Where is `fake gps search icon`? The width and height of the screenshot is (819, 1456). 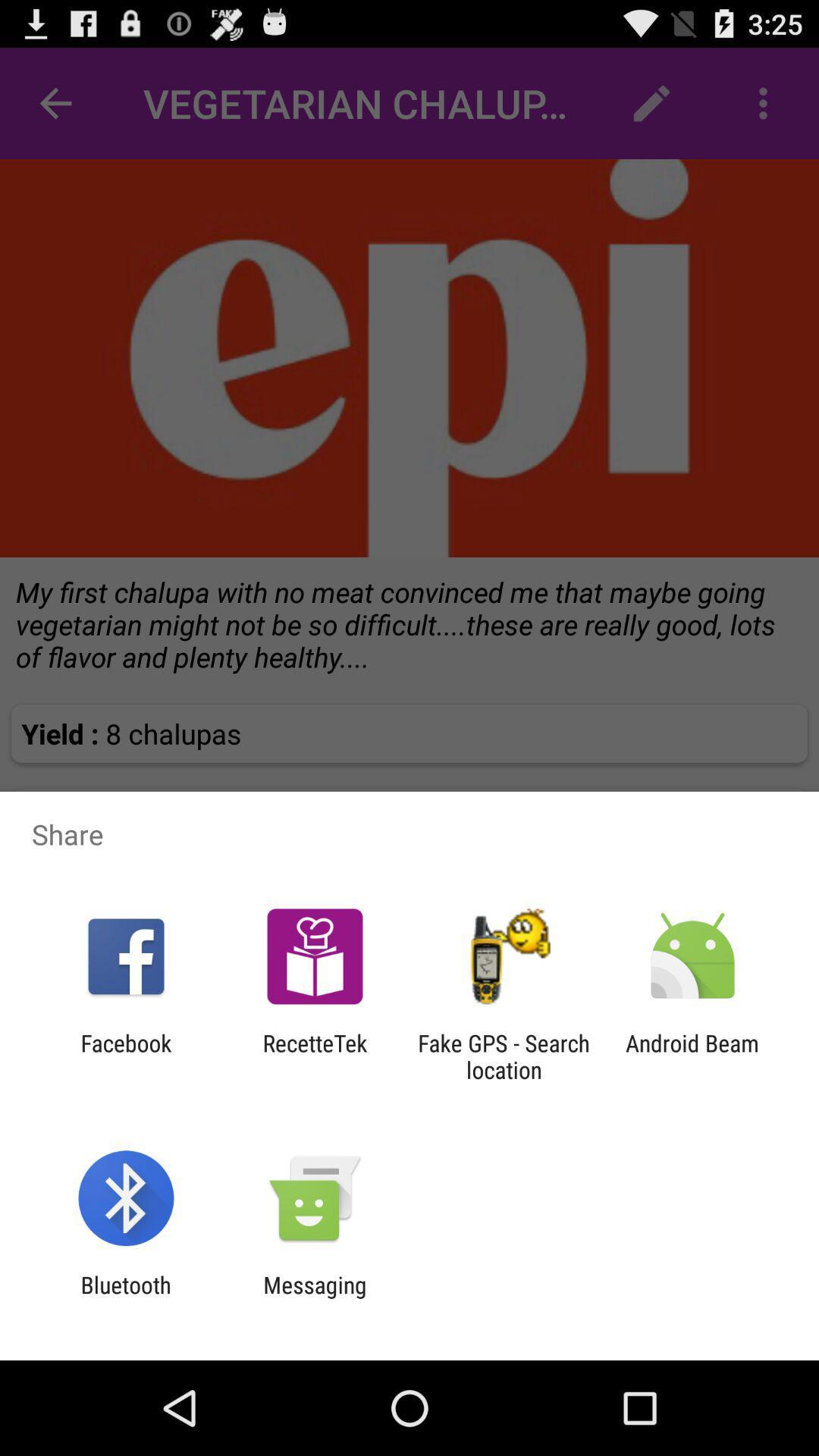
fake gps search icon is located at coordinates (504, 1056).